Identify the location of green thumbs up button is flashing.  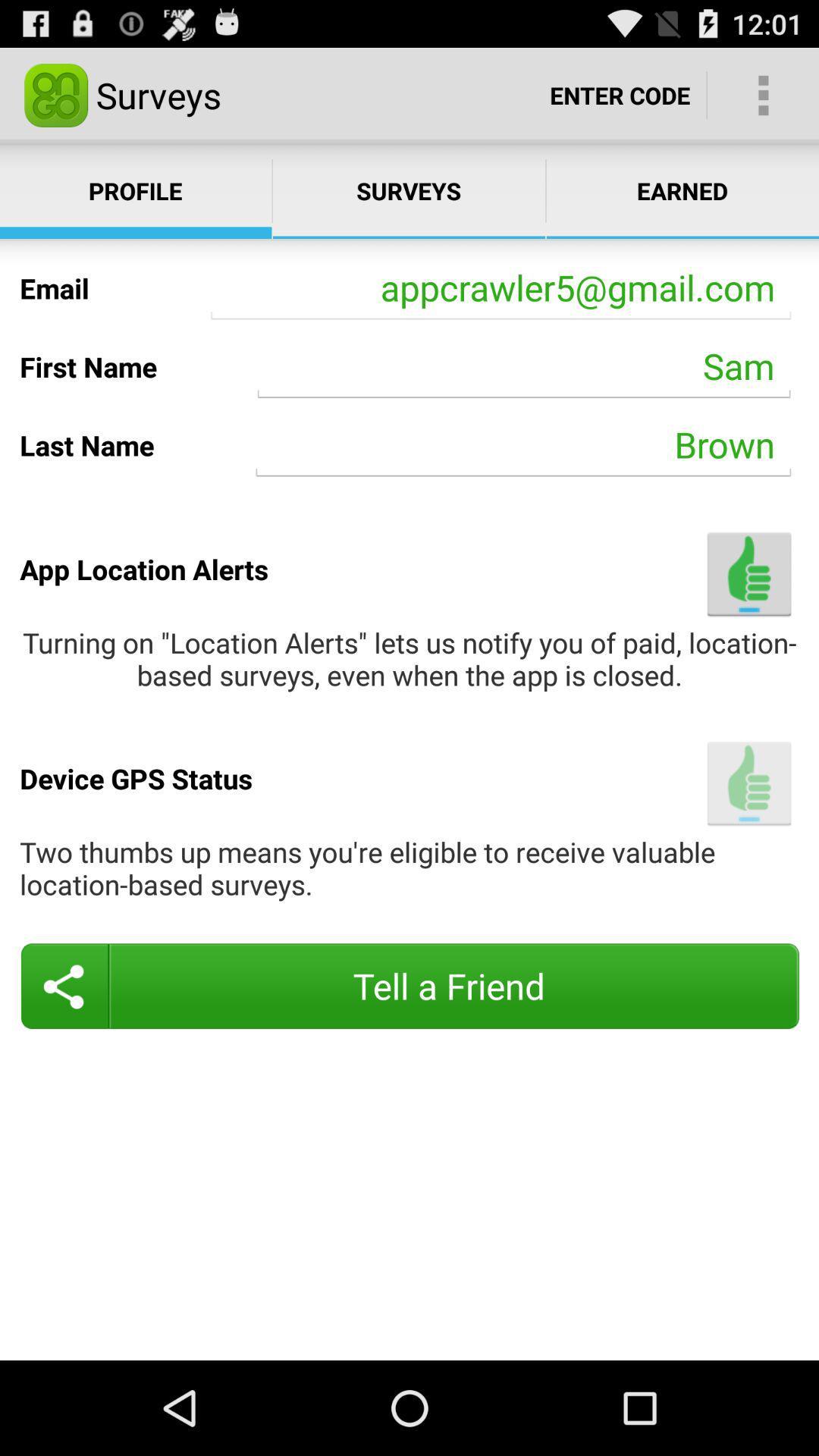
(748, 783).